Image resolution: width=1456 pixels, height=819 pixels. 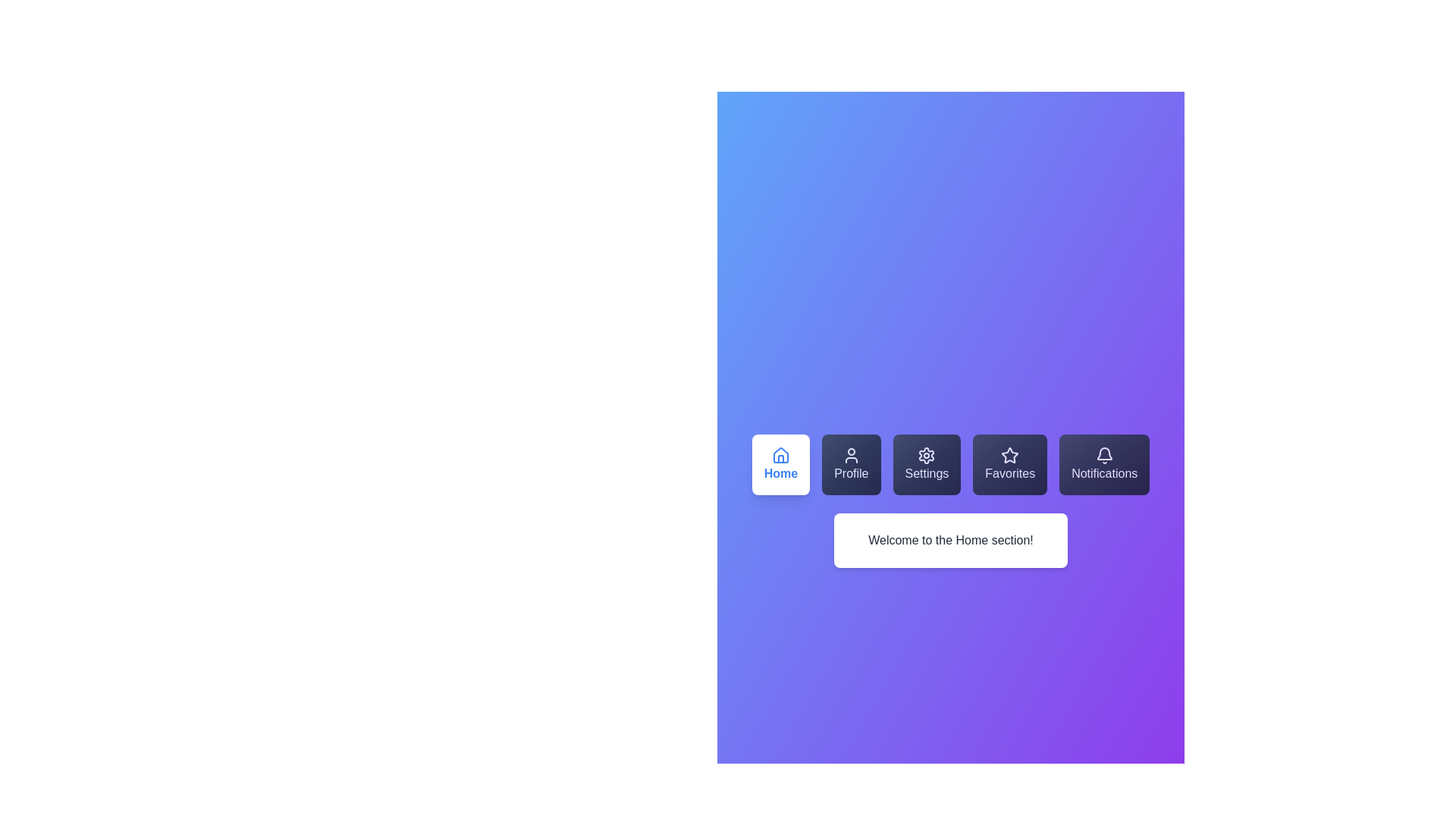 I want to click on the text content of the 'Favorites' text label displayed in white font on a dark background, located under a star icon within a dark, semi-transparent card, so click(x=1010, y=472).